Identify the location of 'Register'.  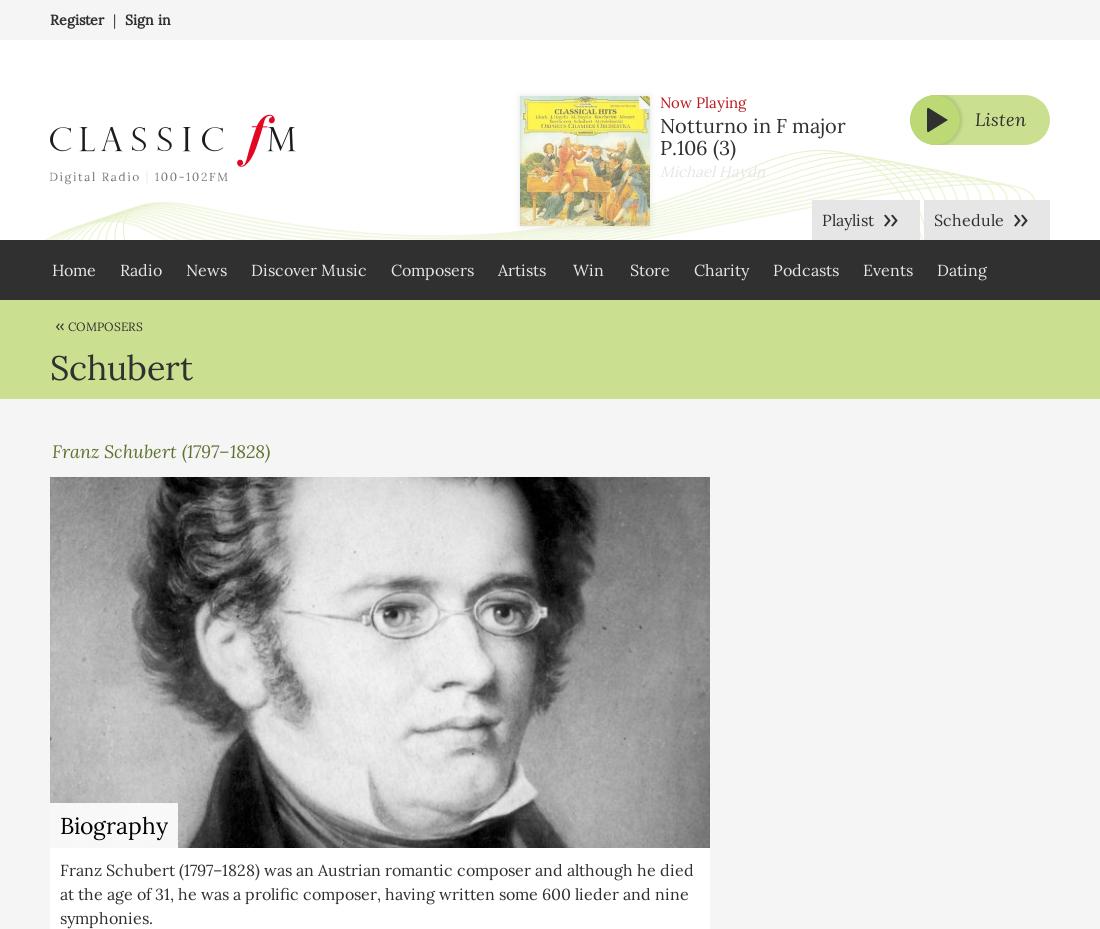
(49, 18).